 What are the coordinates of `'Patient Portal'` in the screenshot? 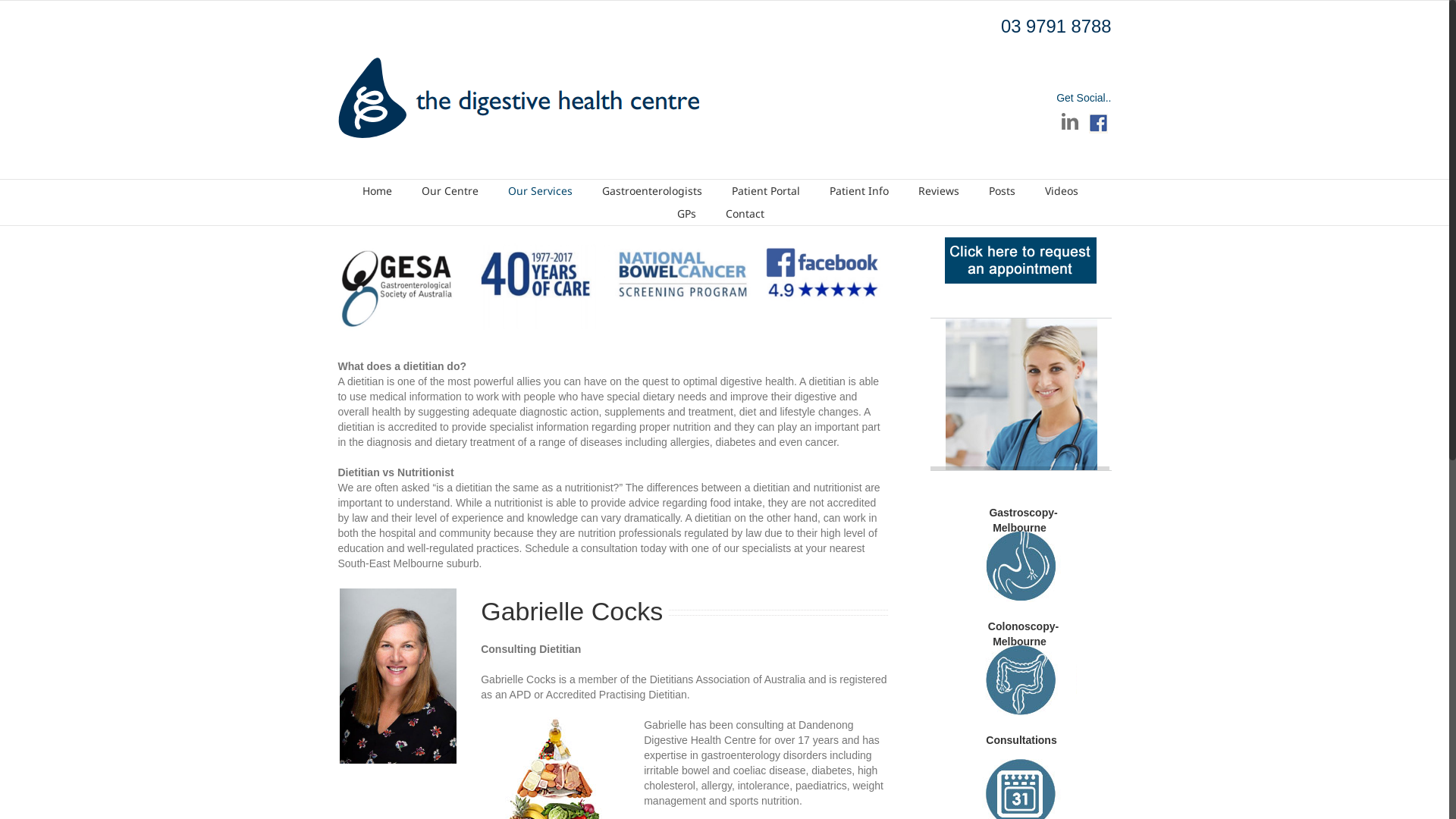 It's located at (731, 190).